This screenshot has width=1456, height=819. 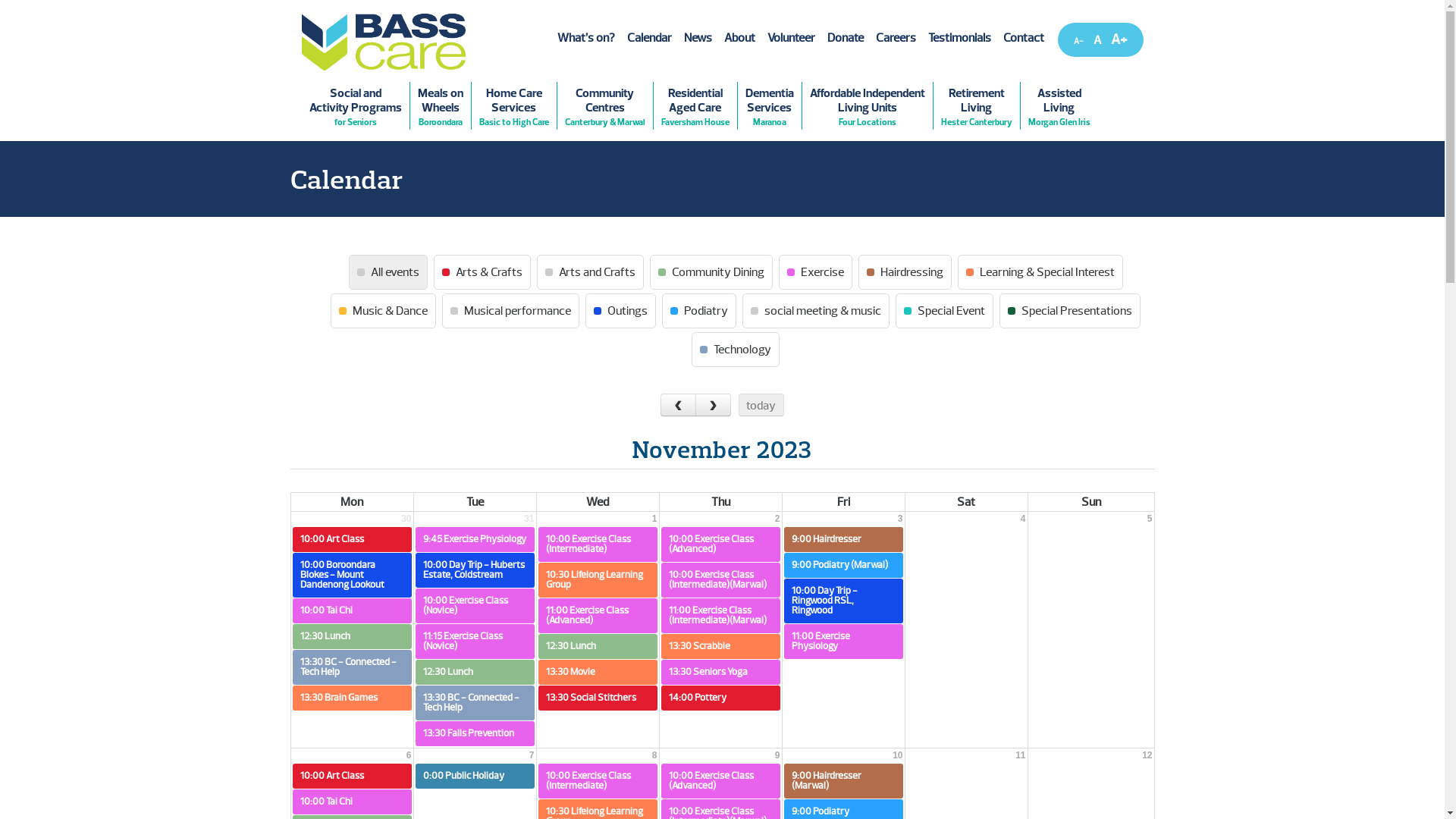 What do you see at coordinates (439, 105) in the screenshot?
I see `'Meals on` at bounding box center [439, 105].